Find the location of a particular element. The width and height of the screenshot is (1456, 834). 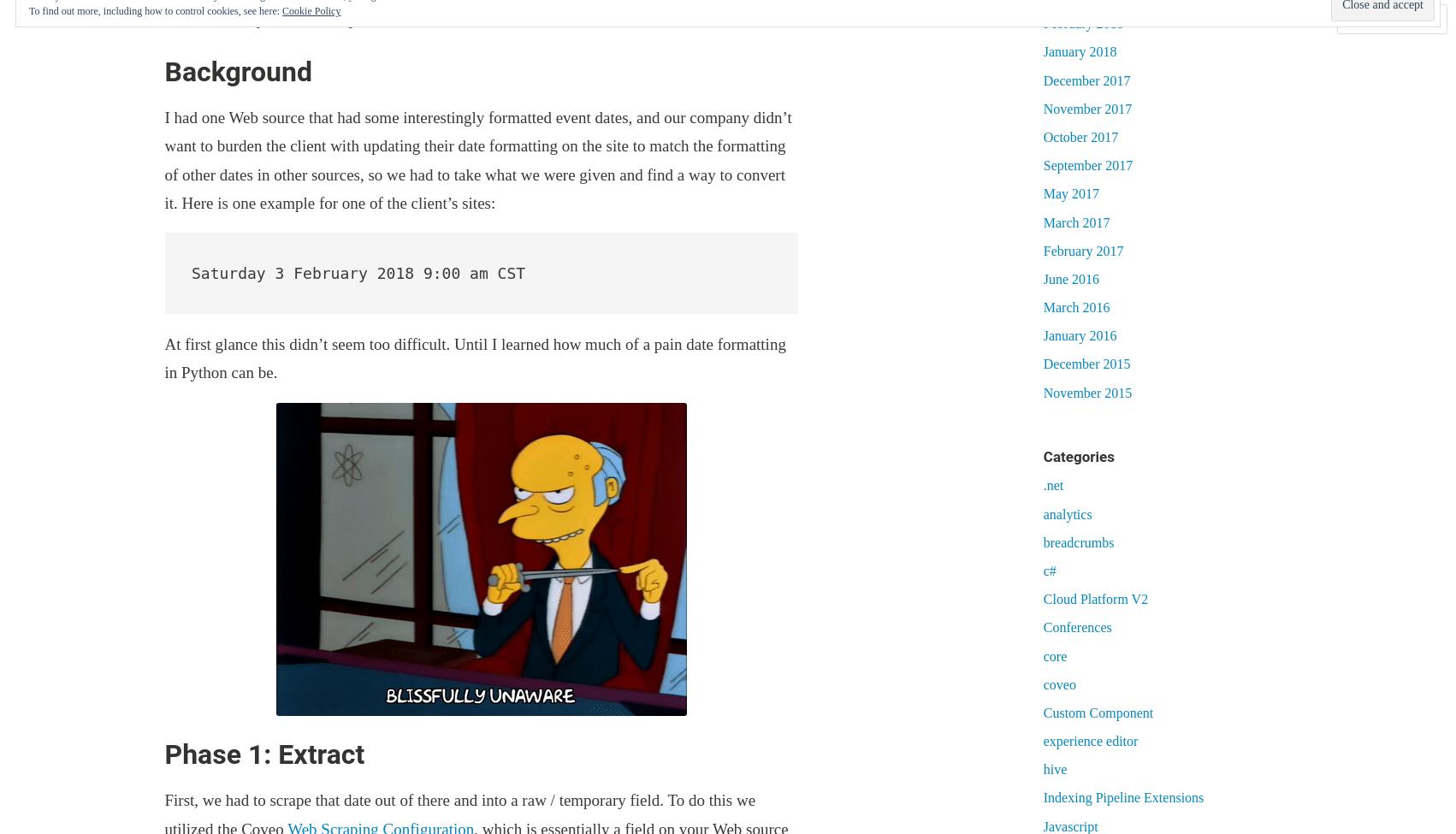

'November 2015' is located at coordinates (1087, 392).